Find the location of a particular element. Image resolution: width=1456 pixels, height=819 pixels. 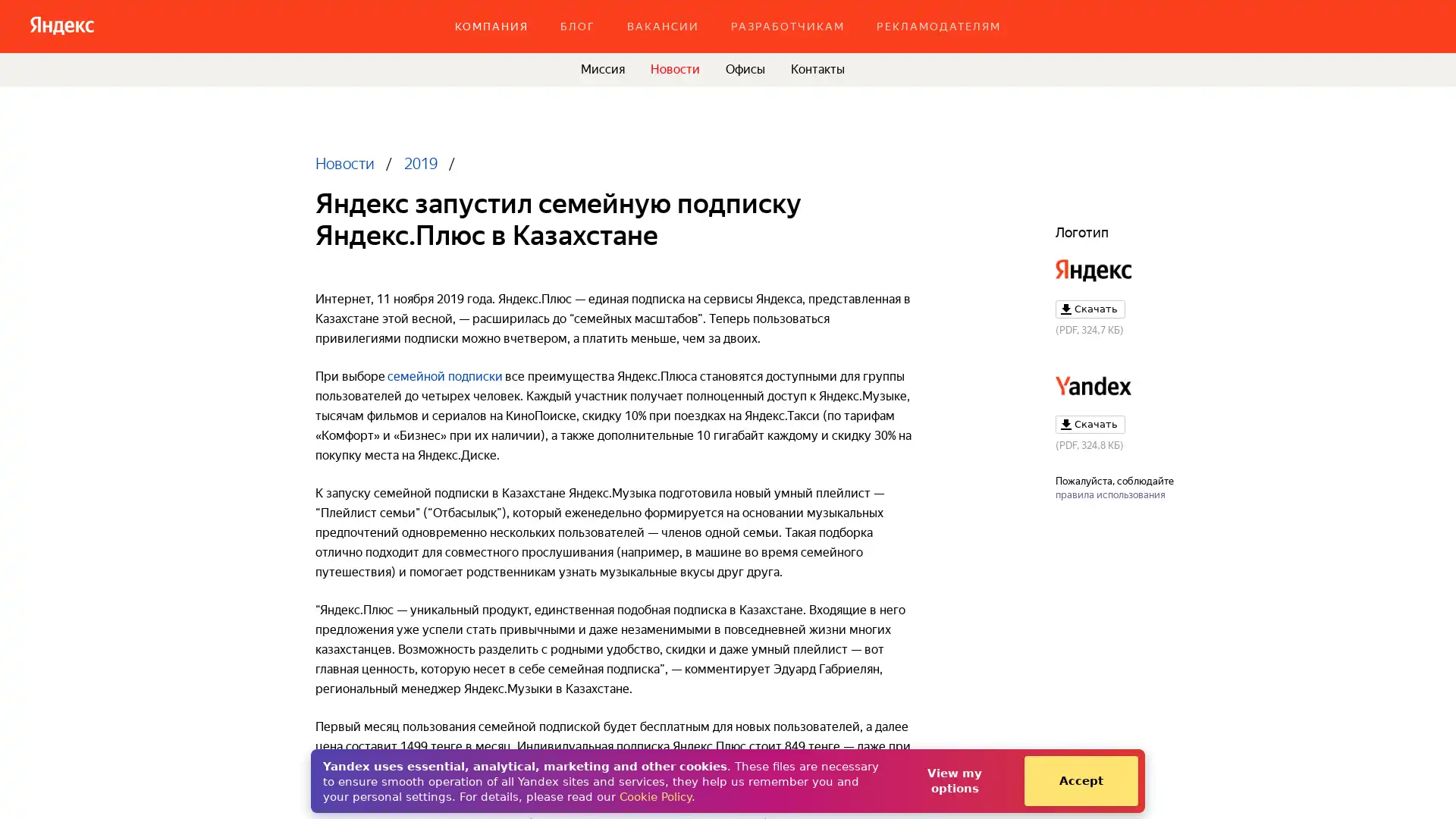

View my options is located at coordinates (953, 780).